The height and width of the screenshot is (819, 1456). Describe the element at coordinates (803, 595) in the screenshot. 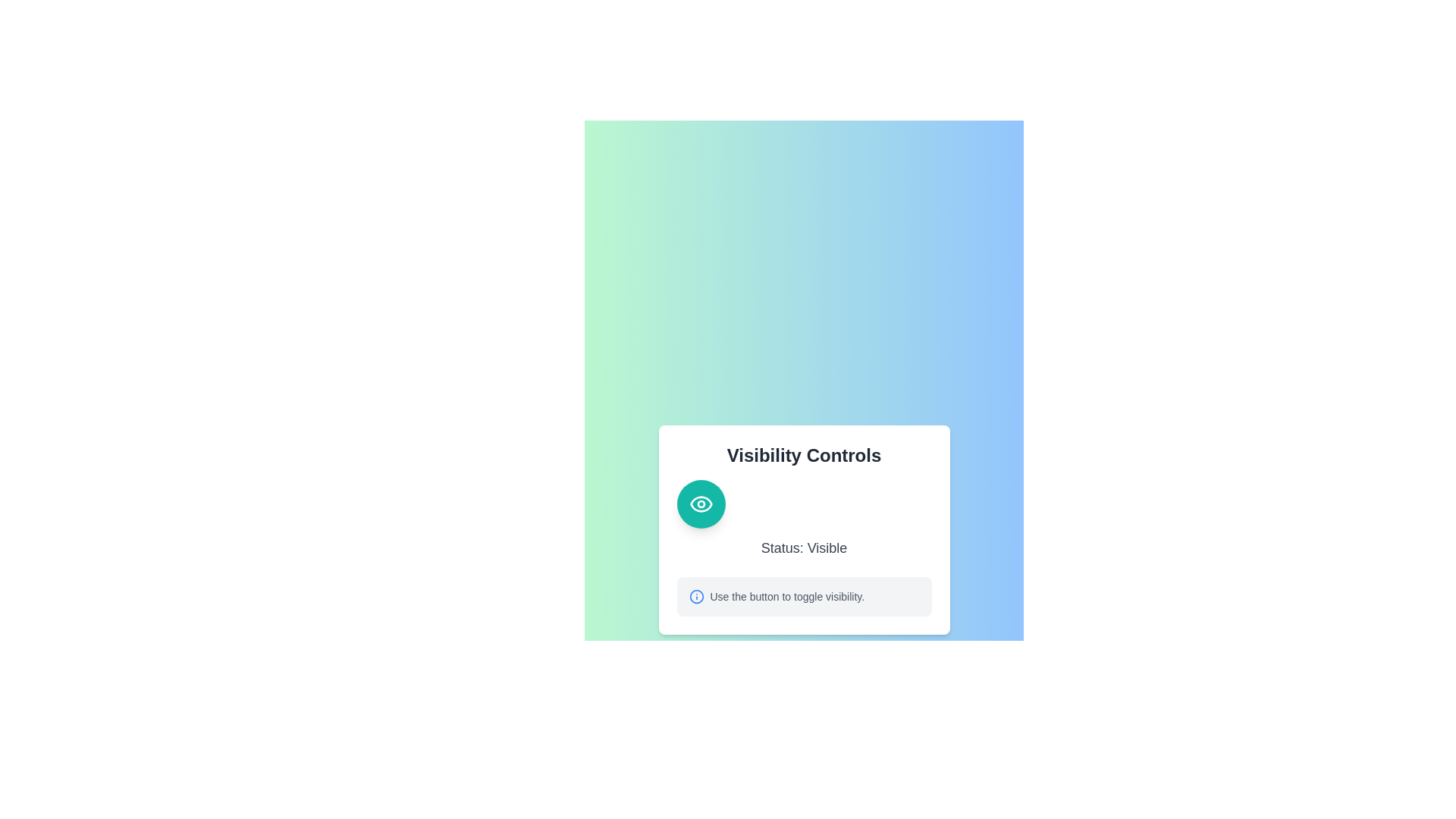

I see `the informational text below the status` at that location.